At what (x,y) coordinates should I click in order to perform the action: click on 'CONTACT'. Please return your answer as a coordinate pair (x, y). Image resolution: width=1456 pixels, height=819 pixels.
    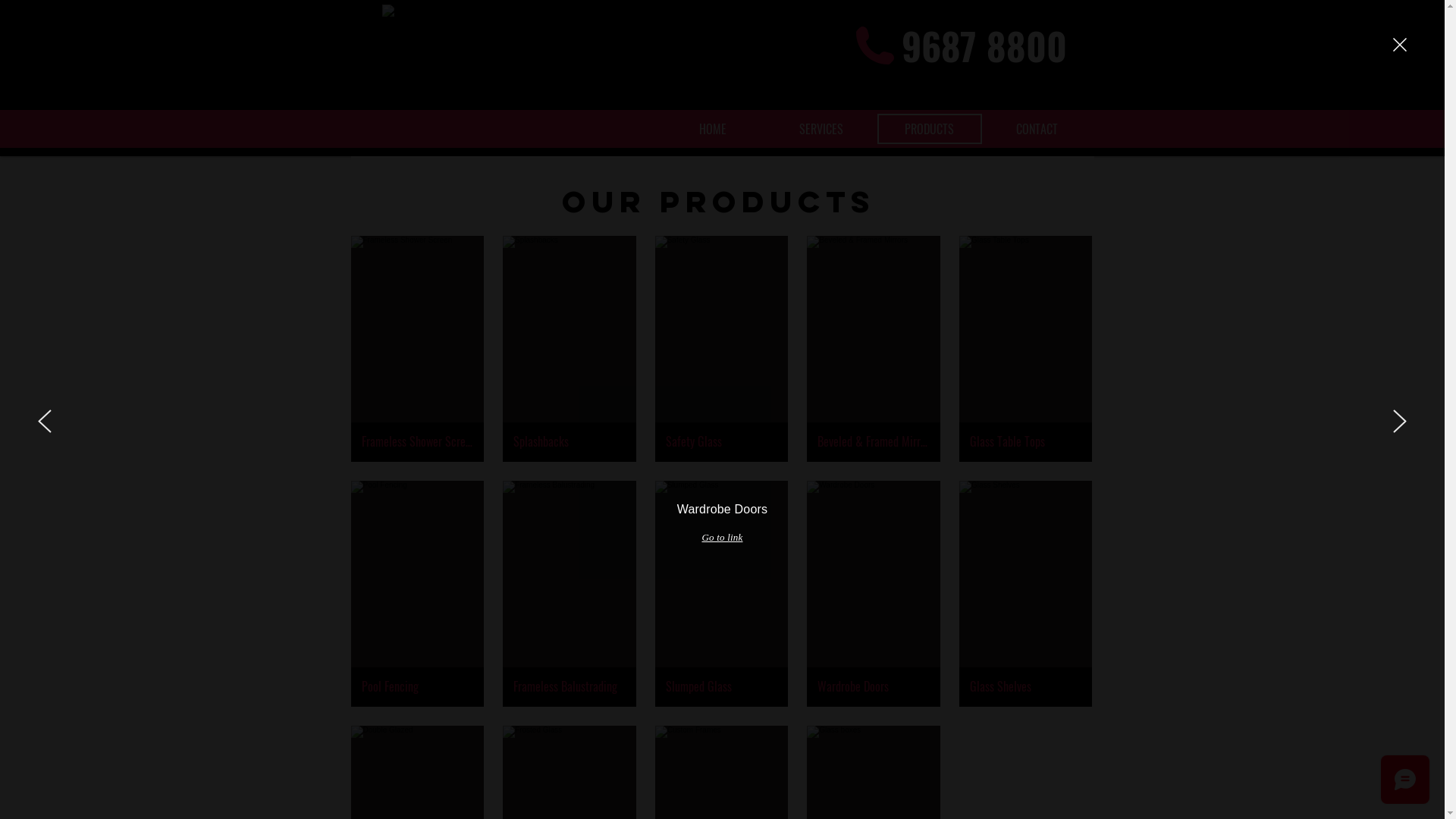
    Looking at the image, I should click on (1036, 127).